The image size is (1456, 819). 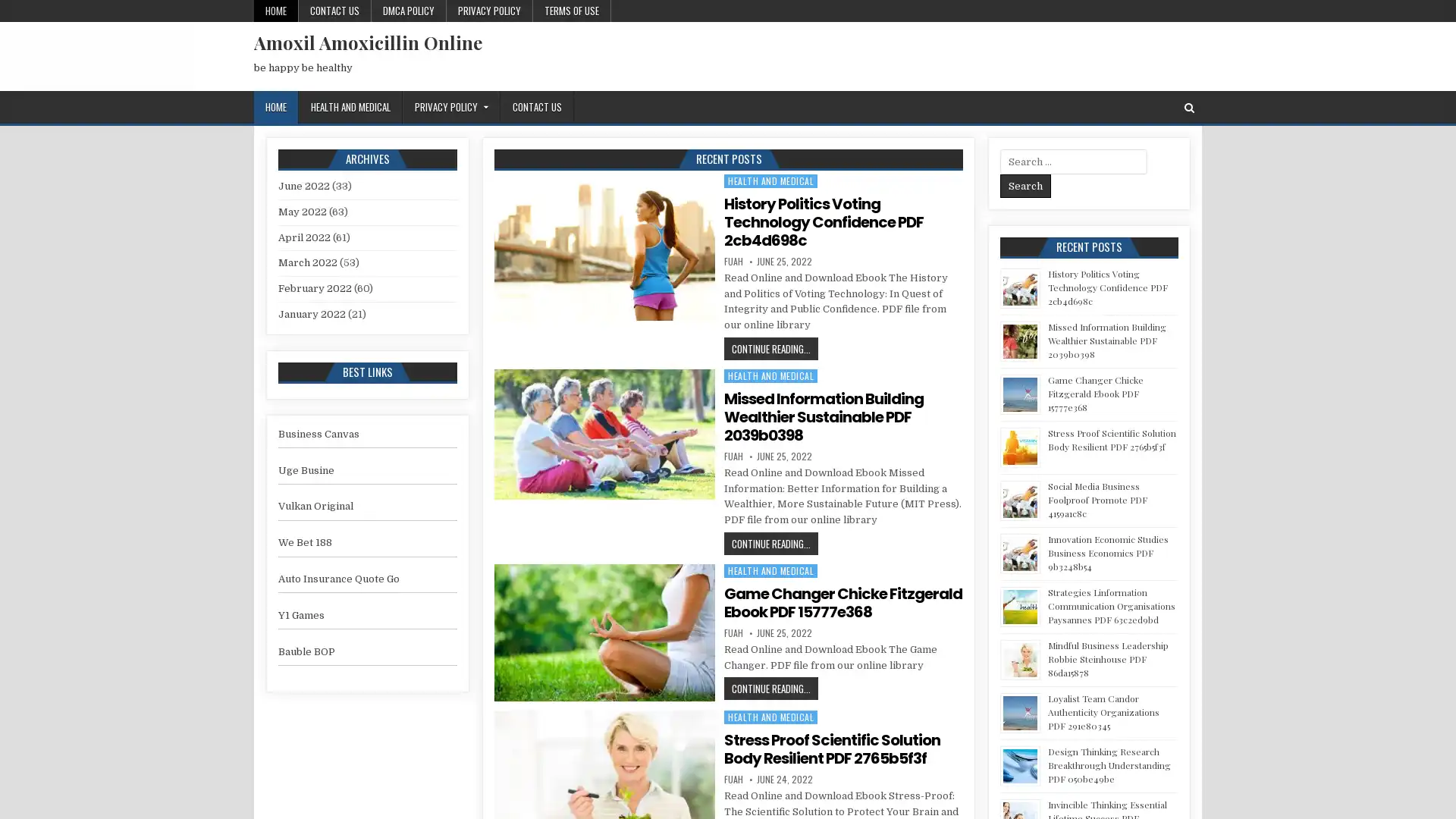 What do you see at coordinates (1025, 185) in the screenshot?
I see `Search` at bounding box center [1025, 185].